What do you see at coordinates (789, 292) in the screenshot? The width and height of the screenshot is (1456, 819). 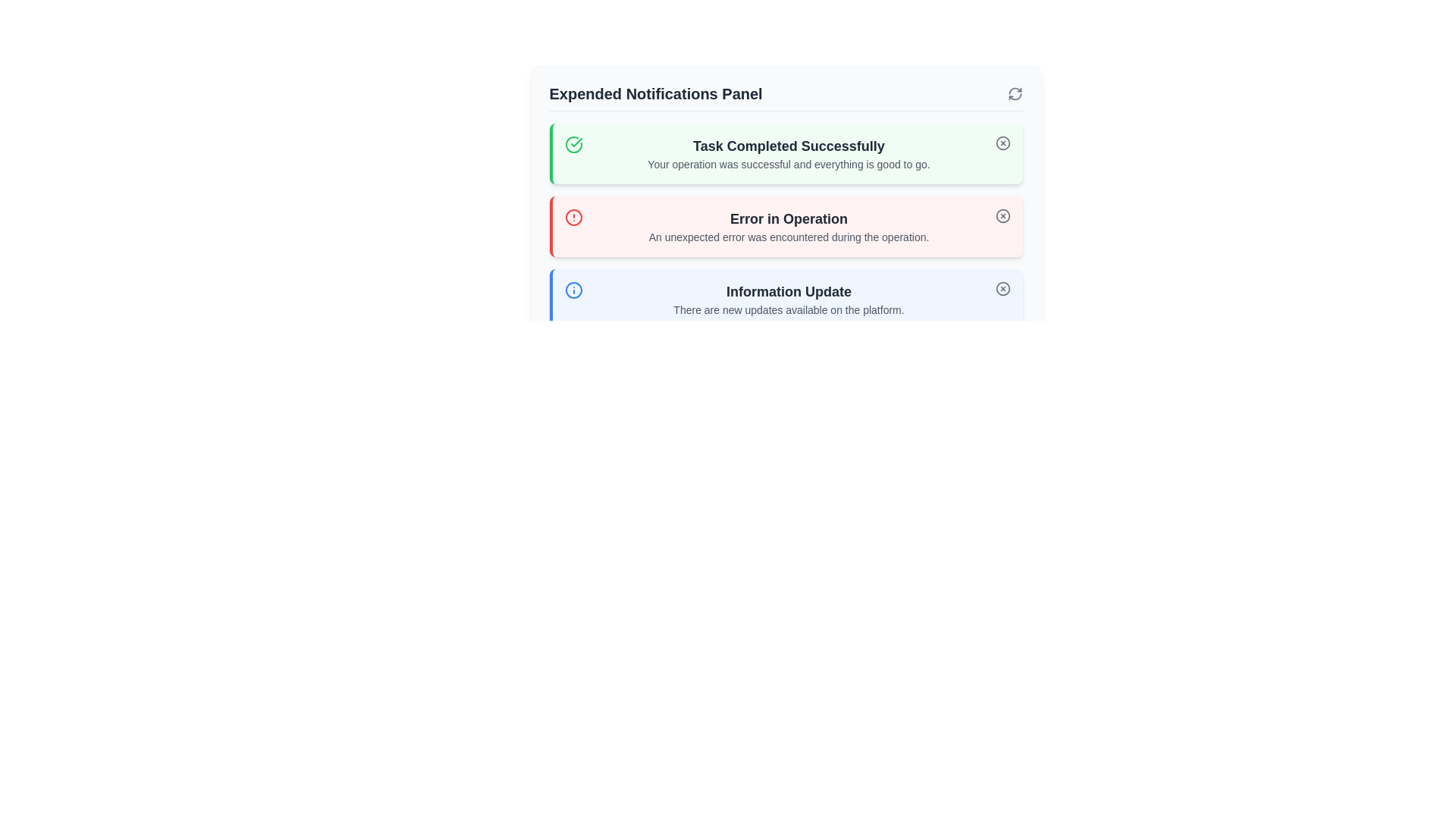 I see `the text label that serves as the title for the notification card, located at the top of the card with a blue border` at bounding box center [789, 292].